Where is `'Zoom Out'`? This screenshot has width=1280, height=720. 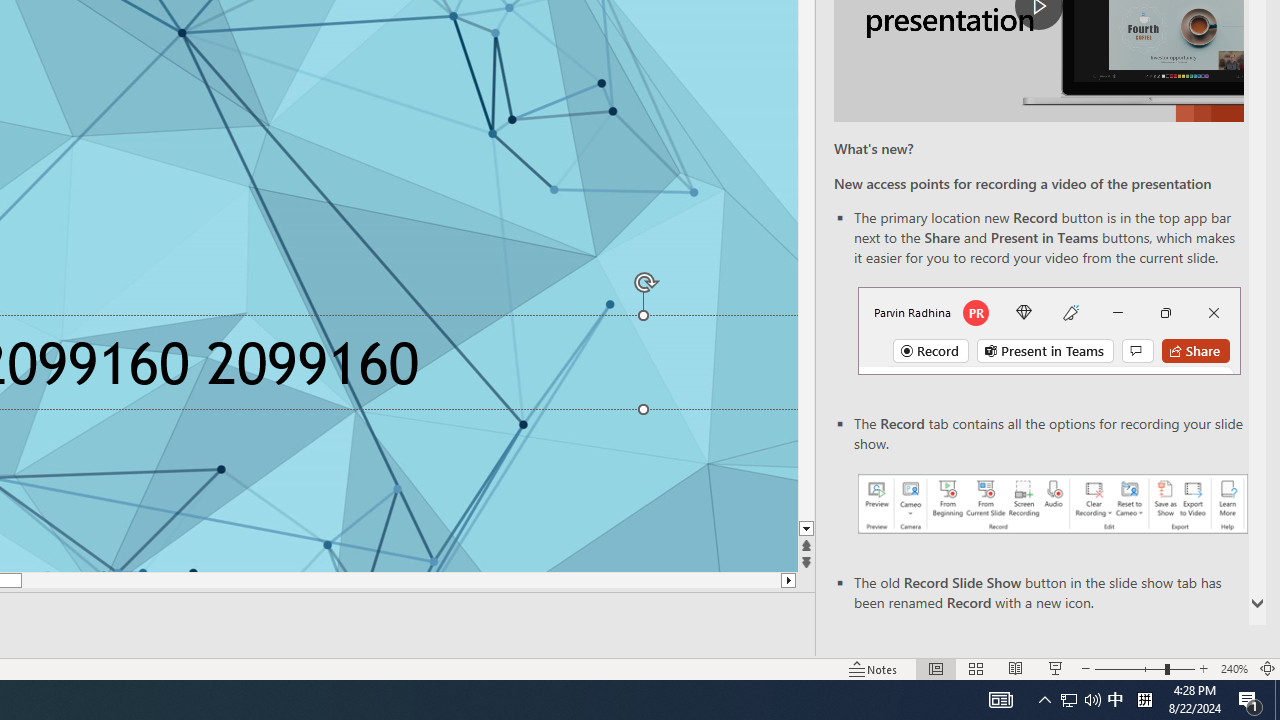
'Zoom Out' is located at coordinates (1129, 669).